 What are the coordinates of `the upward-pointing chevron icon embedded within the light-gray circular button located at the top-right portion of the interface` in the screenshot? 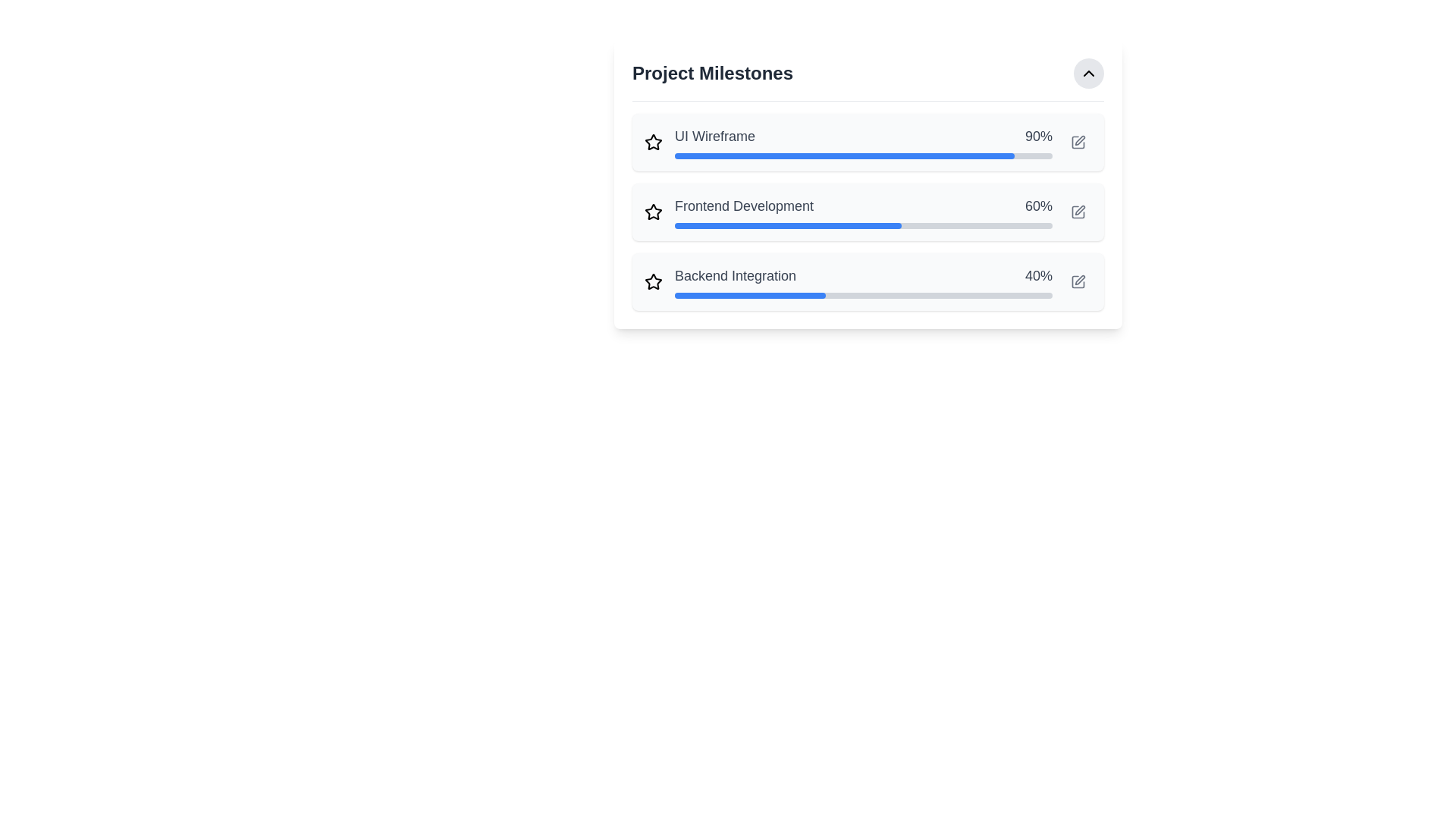 It's located at (1087, 73).